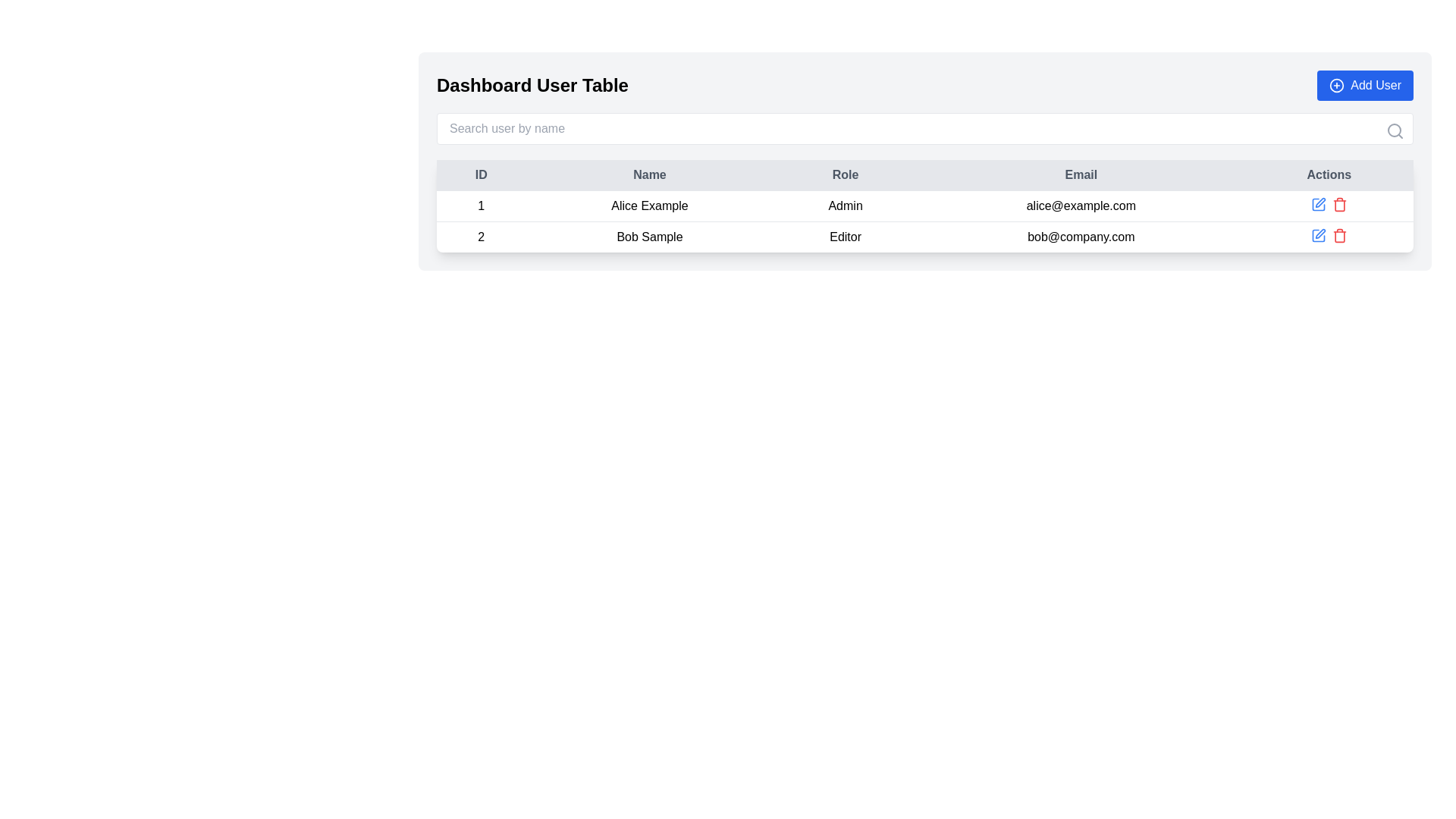 The image size is (1456, 819). I want to click on the email address displayed for user 'Bob Sample' in the 'Email' column of the table, so click(1080, 237).